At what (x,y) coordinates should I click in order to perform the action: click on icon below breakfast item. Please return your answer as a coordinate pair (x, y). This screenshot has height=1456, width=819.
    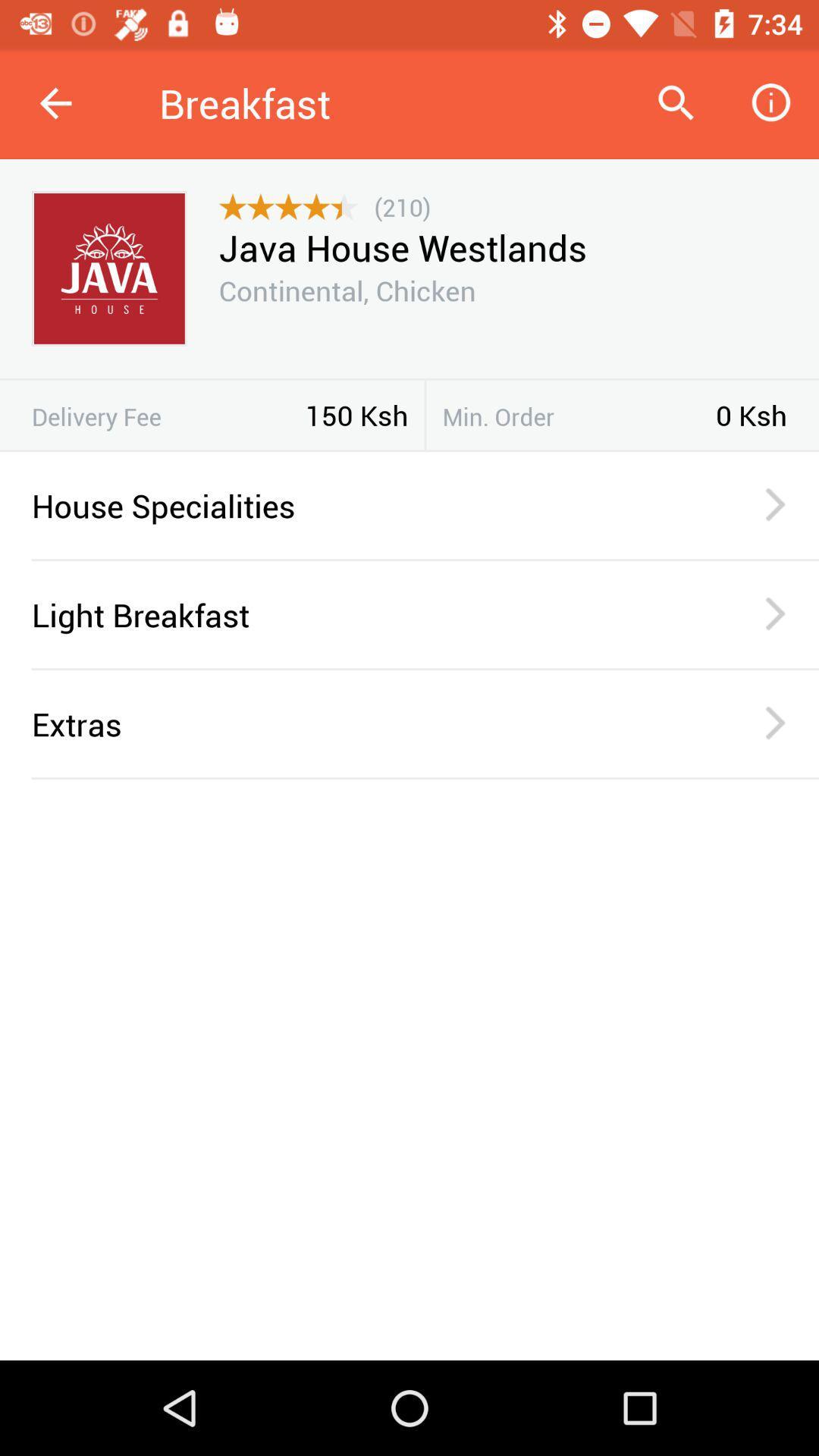
    Looking at the image, I should click on (402, 206).